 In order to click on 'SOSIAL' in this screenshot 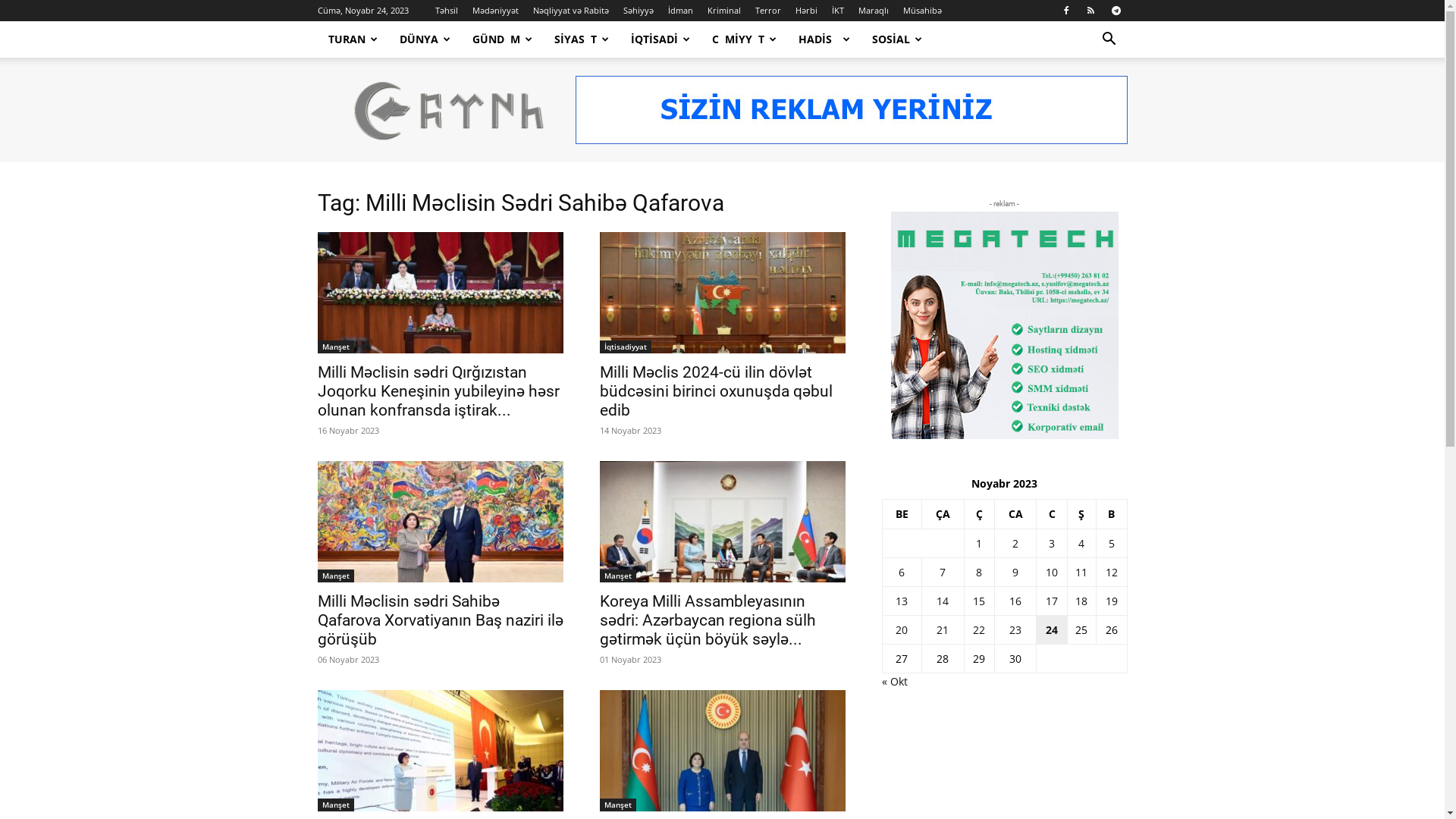, I will do `click(861, 38)`.